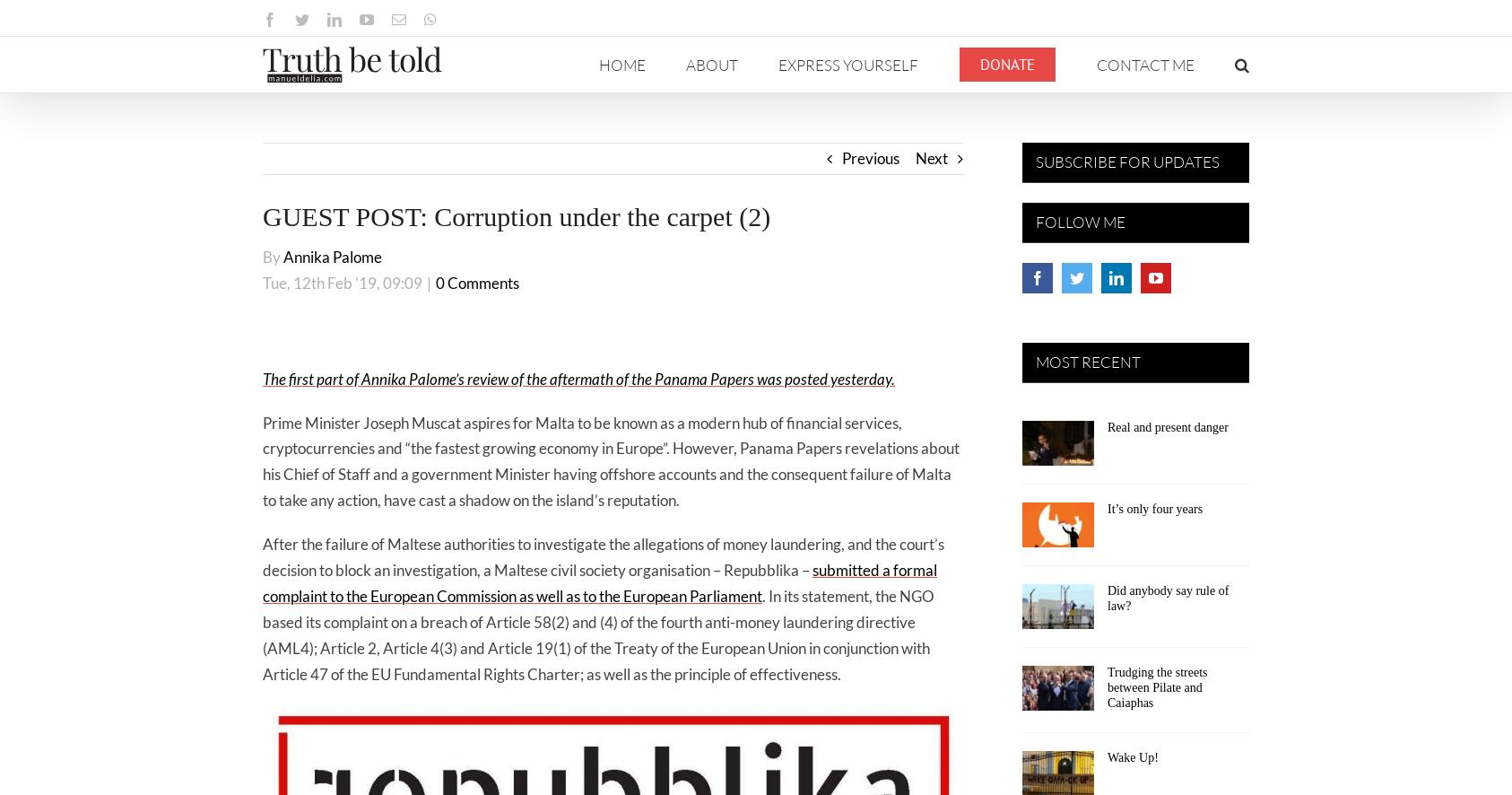  Describe the element at coordinates (603, 555) in the screenshot. I see `'After the failure of Maltese authorities to investigate the allegations of money laundering, and the court’s decision to block an investigation, a Maltese civil society organisation – Repubblika –'` at that location.